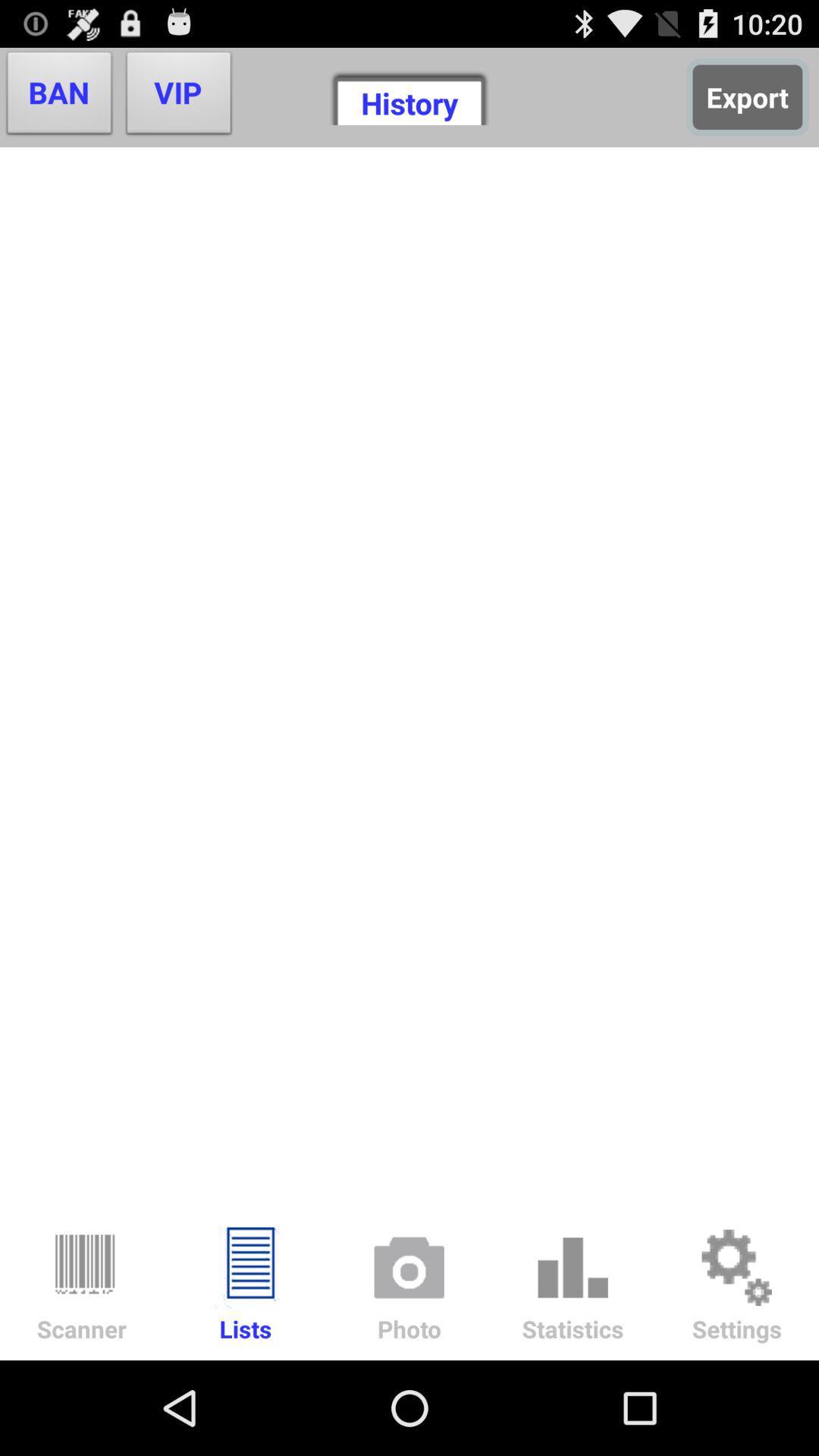  I want to click on the export item, so click(746, 96).